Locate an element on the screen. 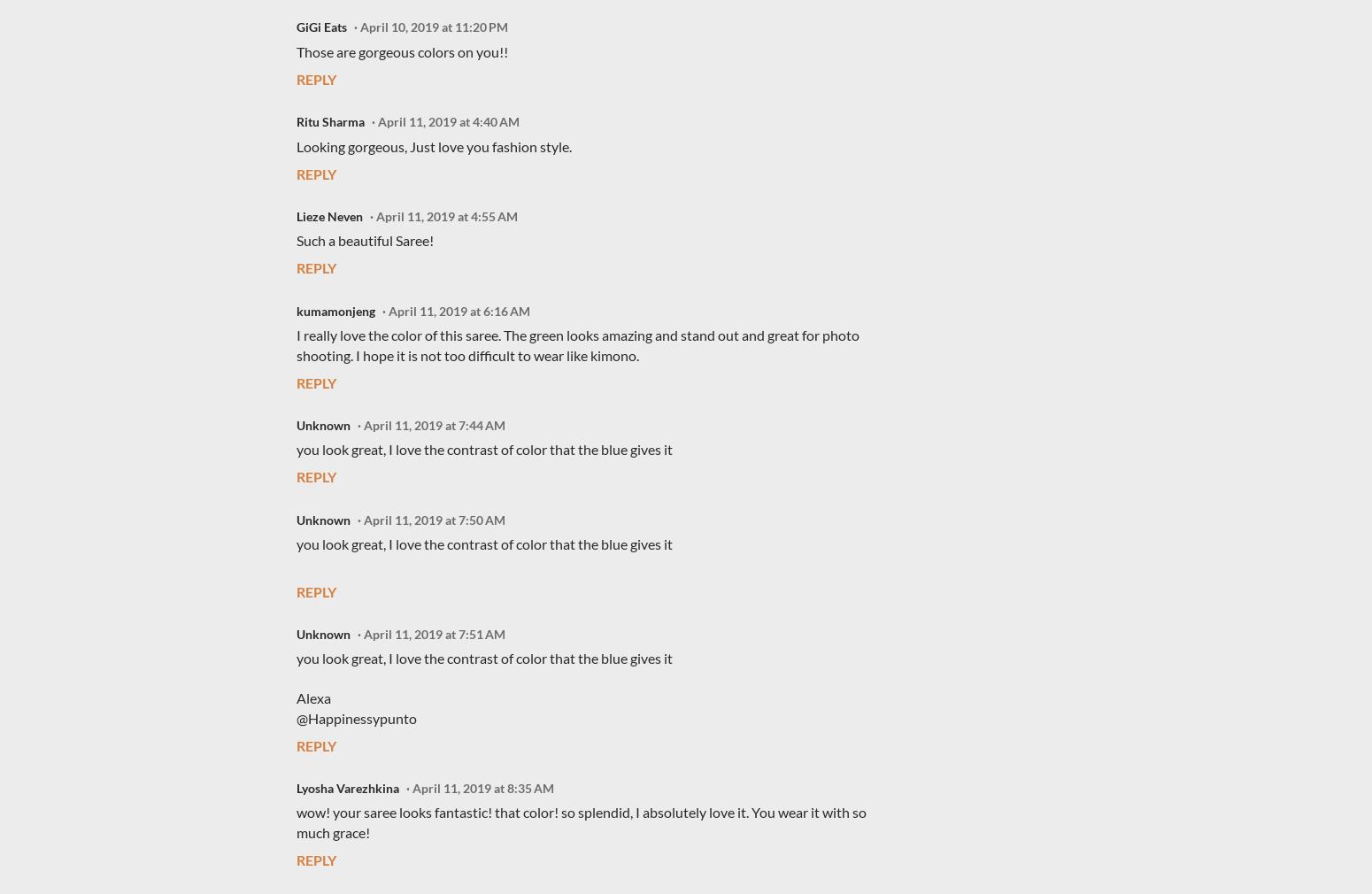 The width and height of the screenshot is (1372, 894). 'April 11, 2019 at 8:35 AM' is located at coordinates (483, 787).